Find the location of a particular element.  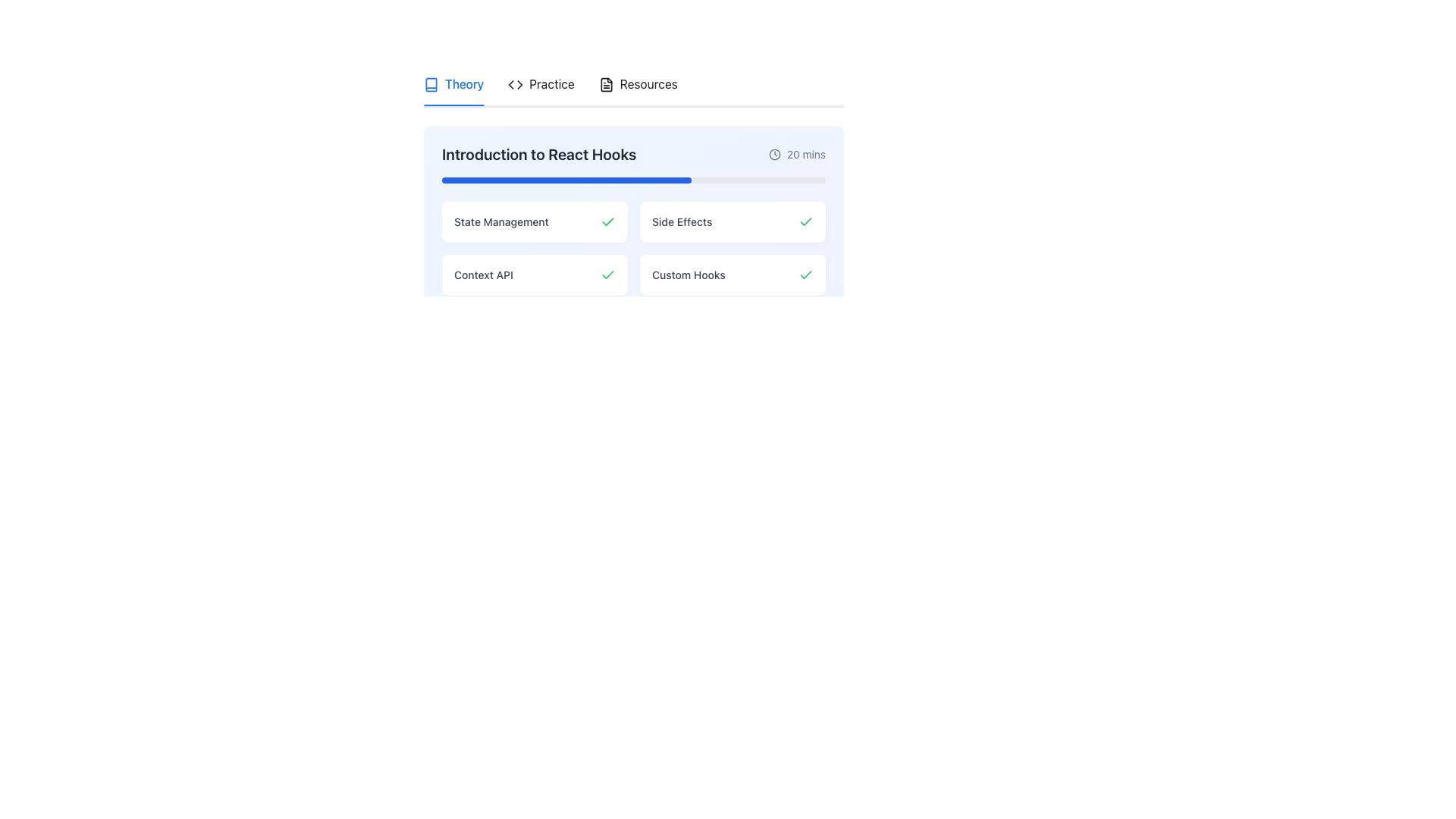

label displaying 'State Management' with a green checkmark icon located in the top-left corner of the section below 'Introduction to React Hooks' is located at coordinates (535, 222).